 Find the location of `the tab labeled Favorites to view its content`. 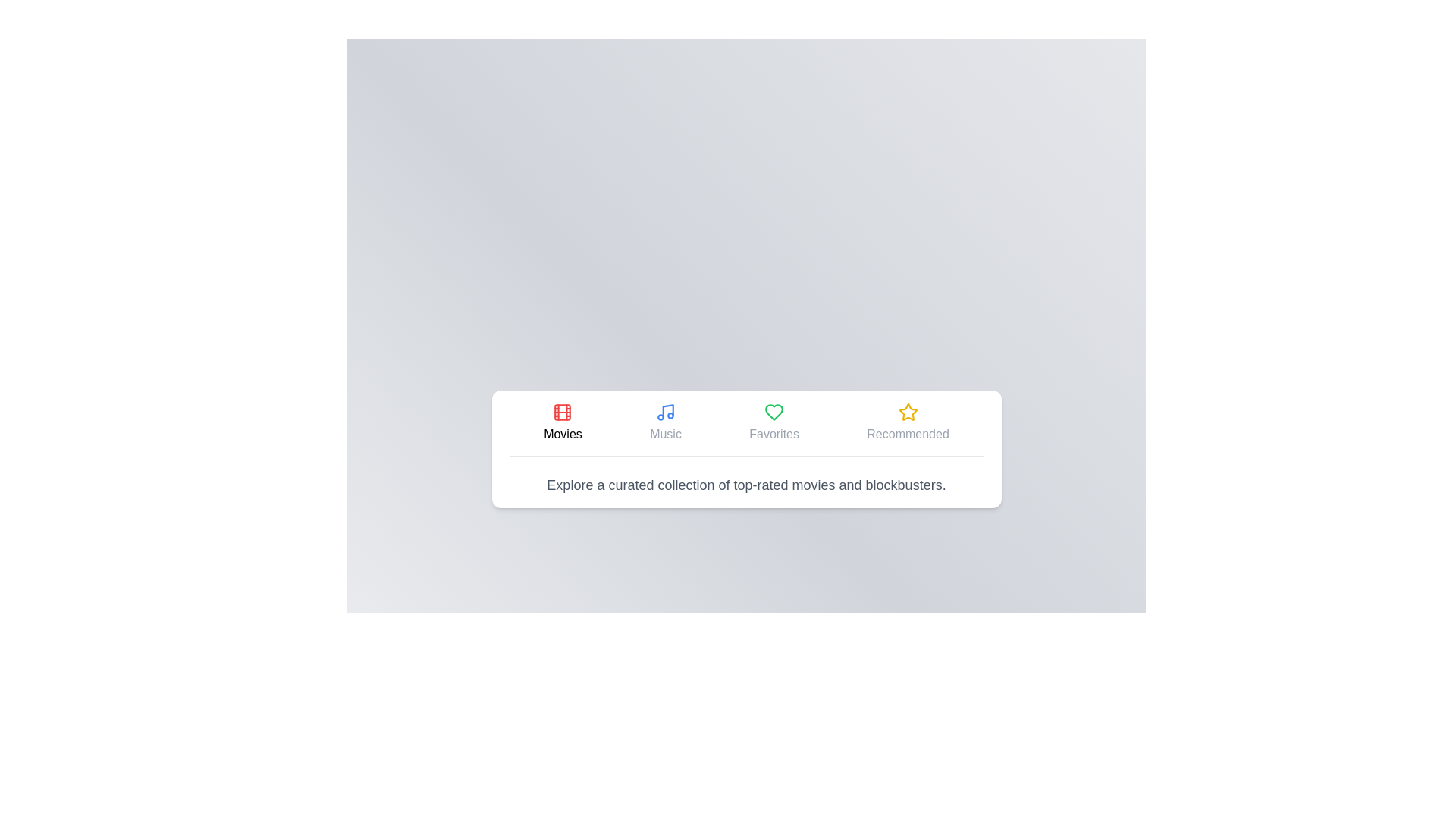

the tab labeled Favorites to view its content is located at coordinates (774, 422).